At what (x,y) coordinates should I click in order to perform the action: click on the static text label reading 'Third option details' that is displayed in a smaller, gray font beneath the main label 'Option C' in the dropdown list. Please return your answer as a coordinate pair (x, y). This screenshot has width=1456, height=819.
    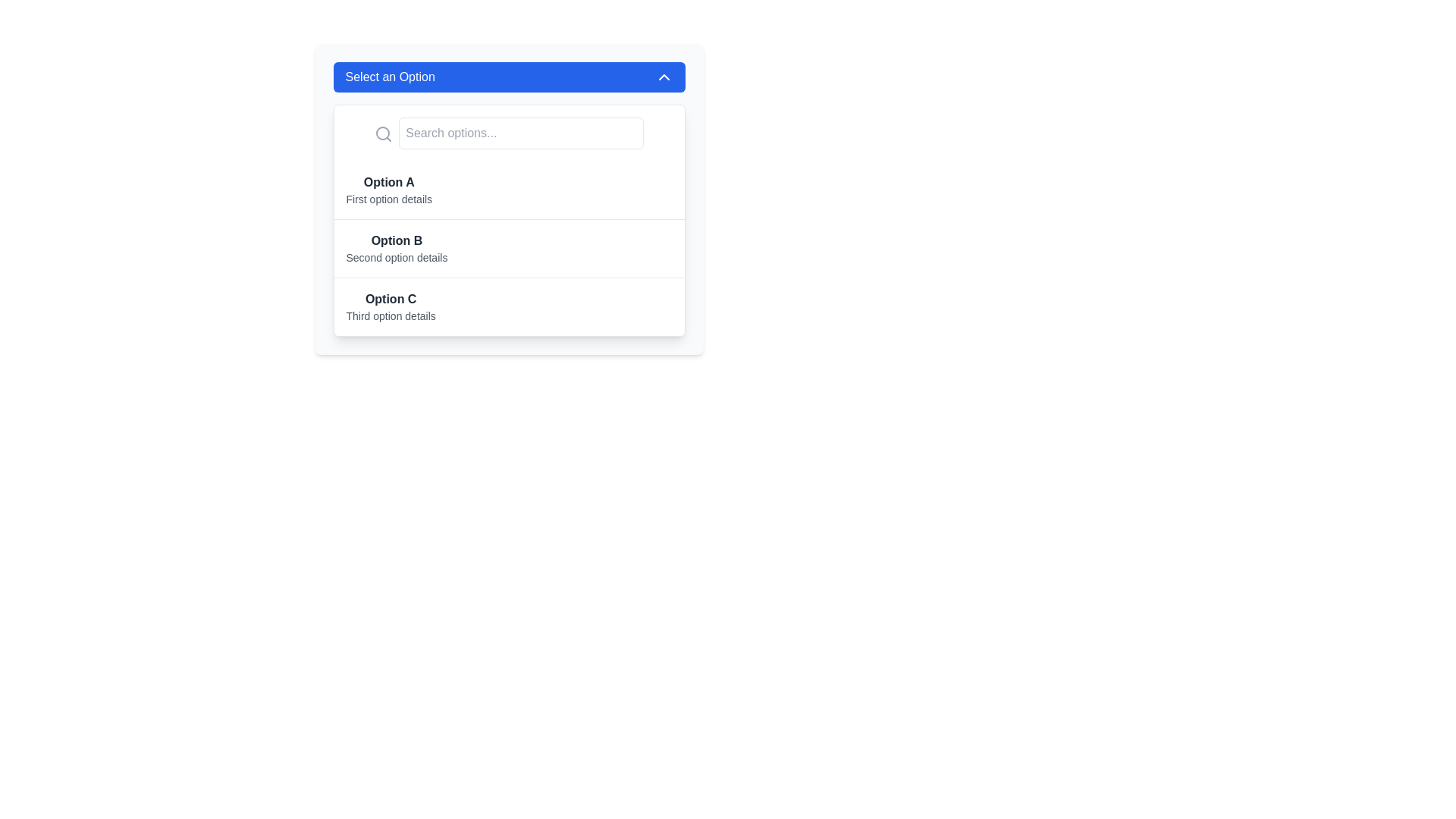
    Looking at the image, I should click on (391, 315).